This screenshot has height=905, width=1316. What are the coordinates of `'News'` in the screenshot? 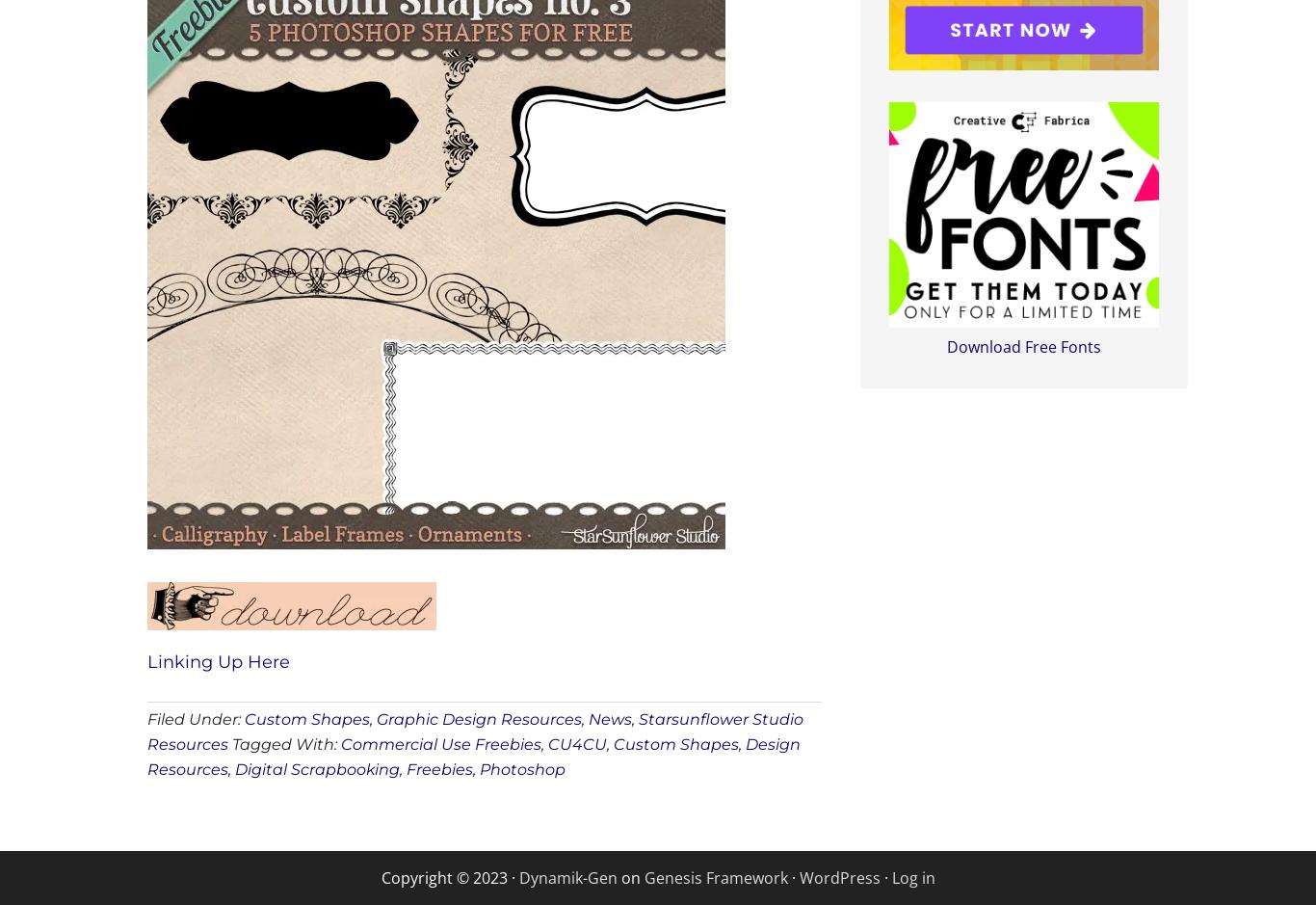 It's located at (588, 718).